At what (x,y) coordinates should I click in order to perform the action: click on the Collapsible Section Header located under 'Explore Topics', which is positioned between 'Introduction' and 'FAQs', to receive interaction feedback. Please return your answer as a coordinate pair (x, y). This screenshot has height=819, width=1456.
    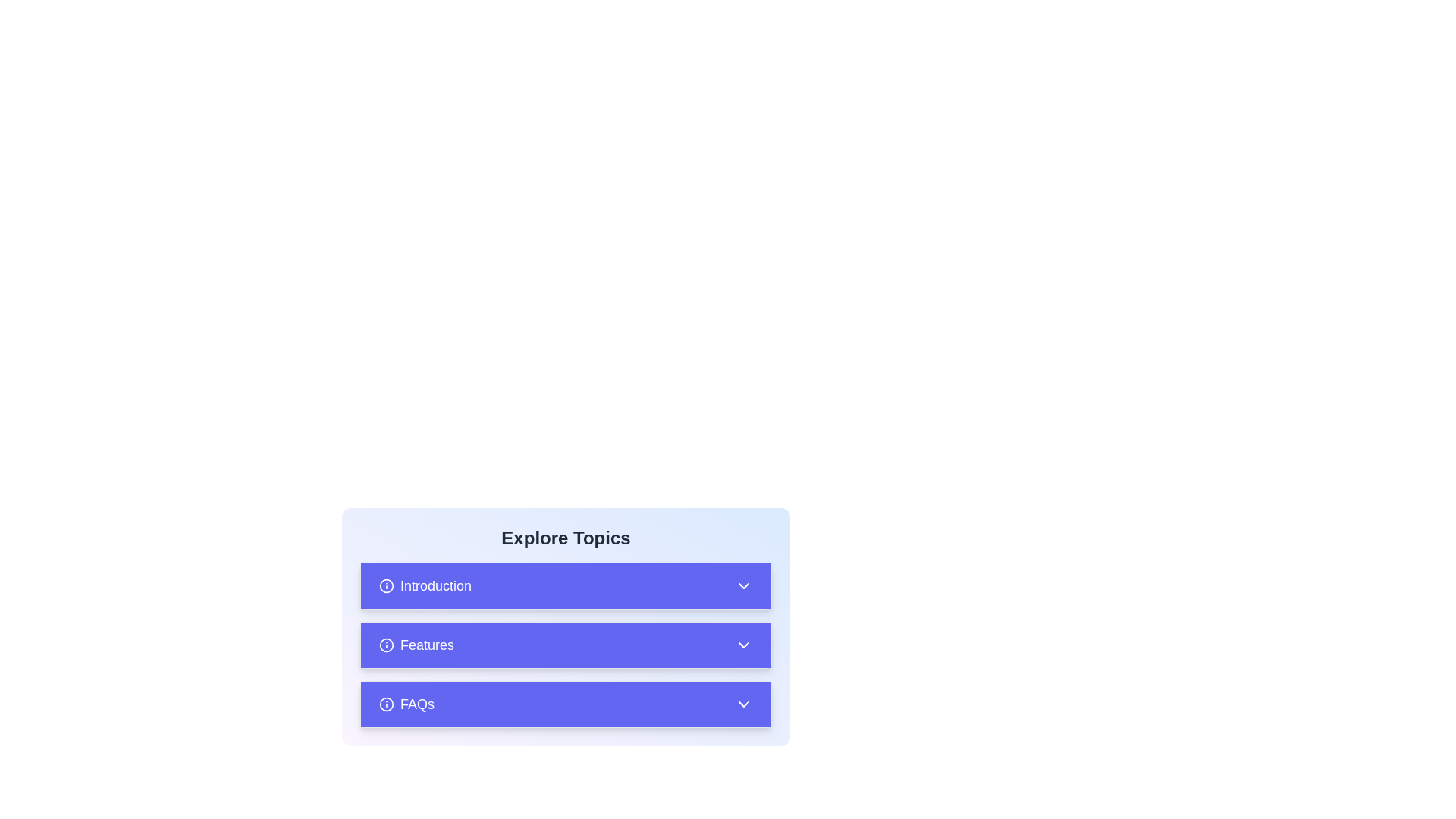
    Looking at the image, I should click on (565, 626).